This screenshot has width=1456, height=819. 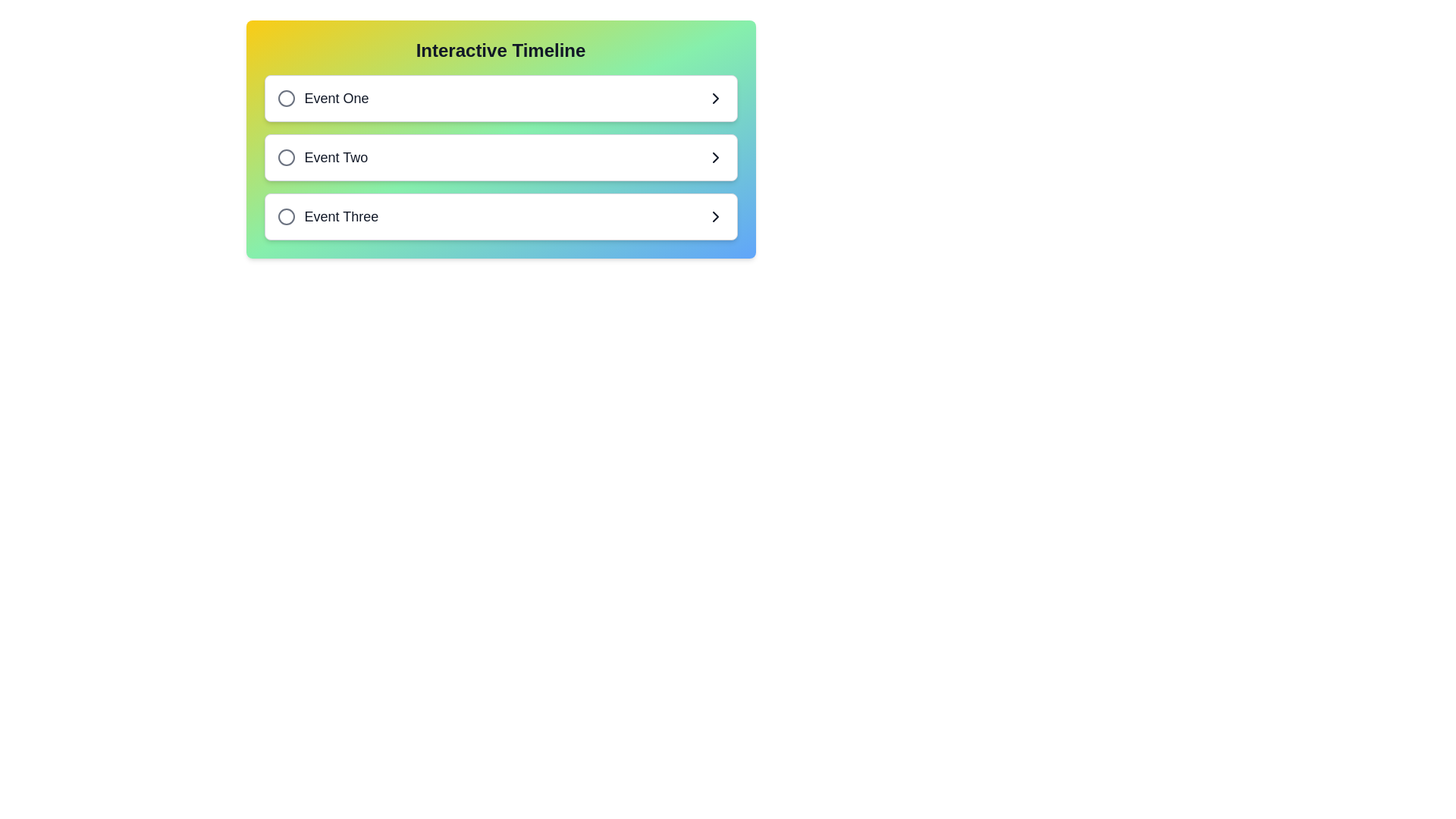 What do you see at coordinates (286, 158) in the screenshot?
I see `the SVG graphic representing a circle associated with 'Event Two', located in the central row of three vertically-stacked circles` at bounding box center [286, 158].